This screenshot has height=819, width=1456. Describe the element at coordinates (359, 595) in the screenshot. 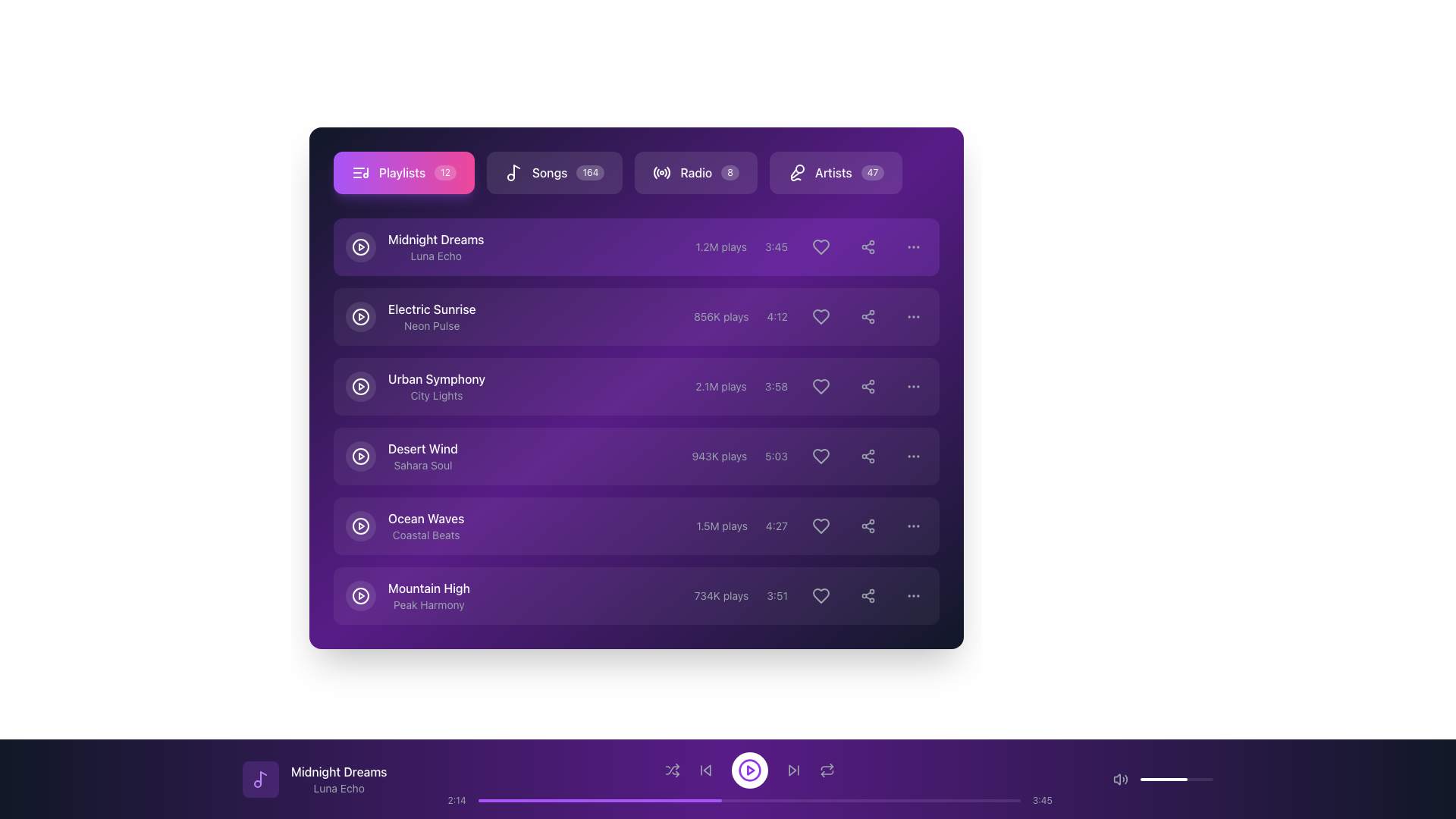

I see `the circular boundary element of the play button, which is outlined in white on a purple background, located on the left side of the 'Mountain High' song row in the playlist interface` at that location.